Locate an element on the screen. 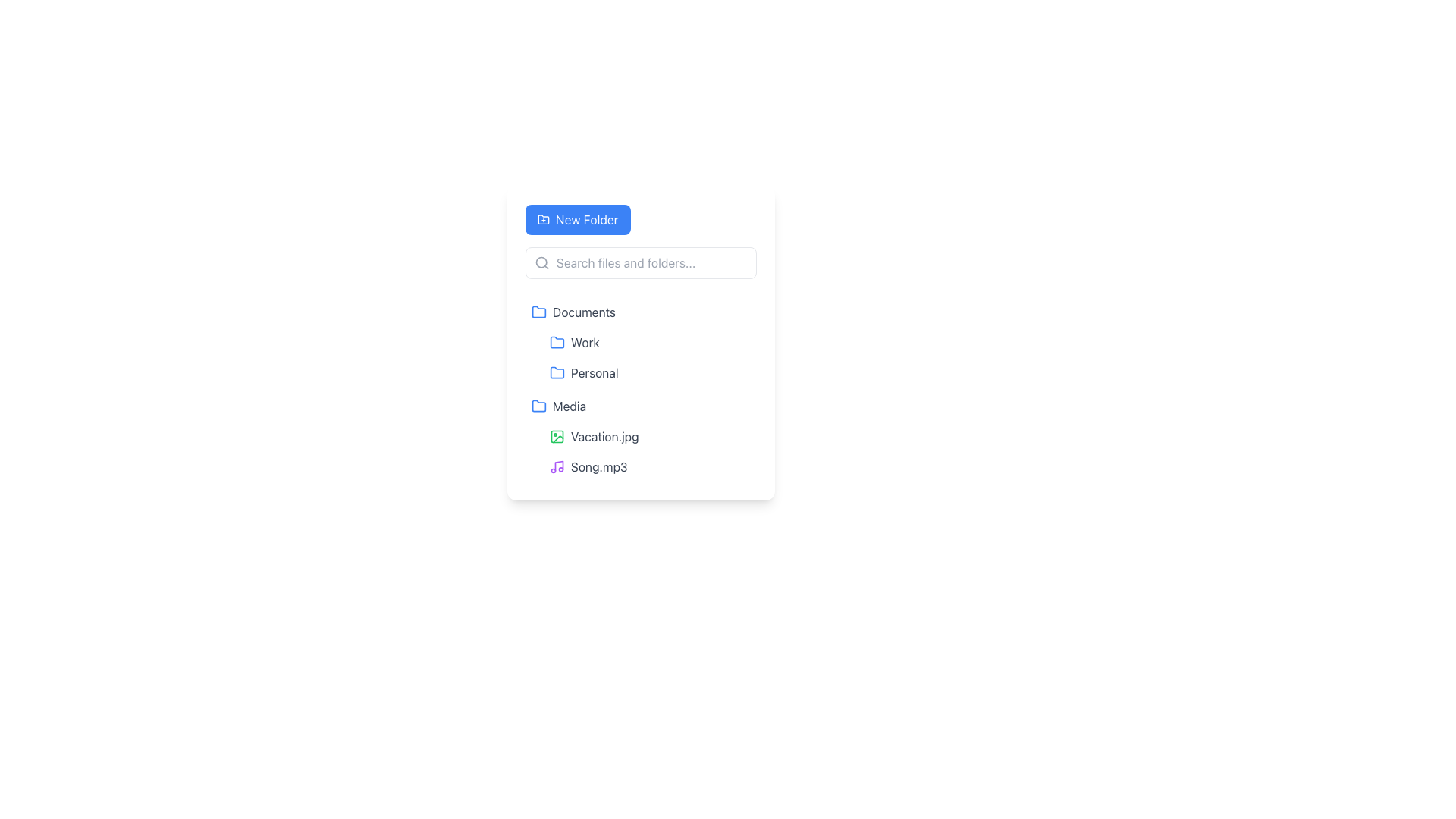 The height and width of the screenshot is (819, 1456). the blue button containing the SVG icon of a folder with a '+' symbol, located to the left of the 'New Folder' text is located at coordinates (543, 219).